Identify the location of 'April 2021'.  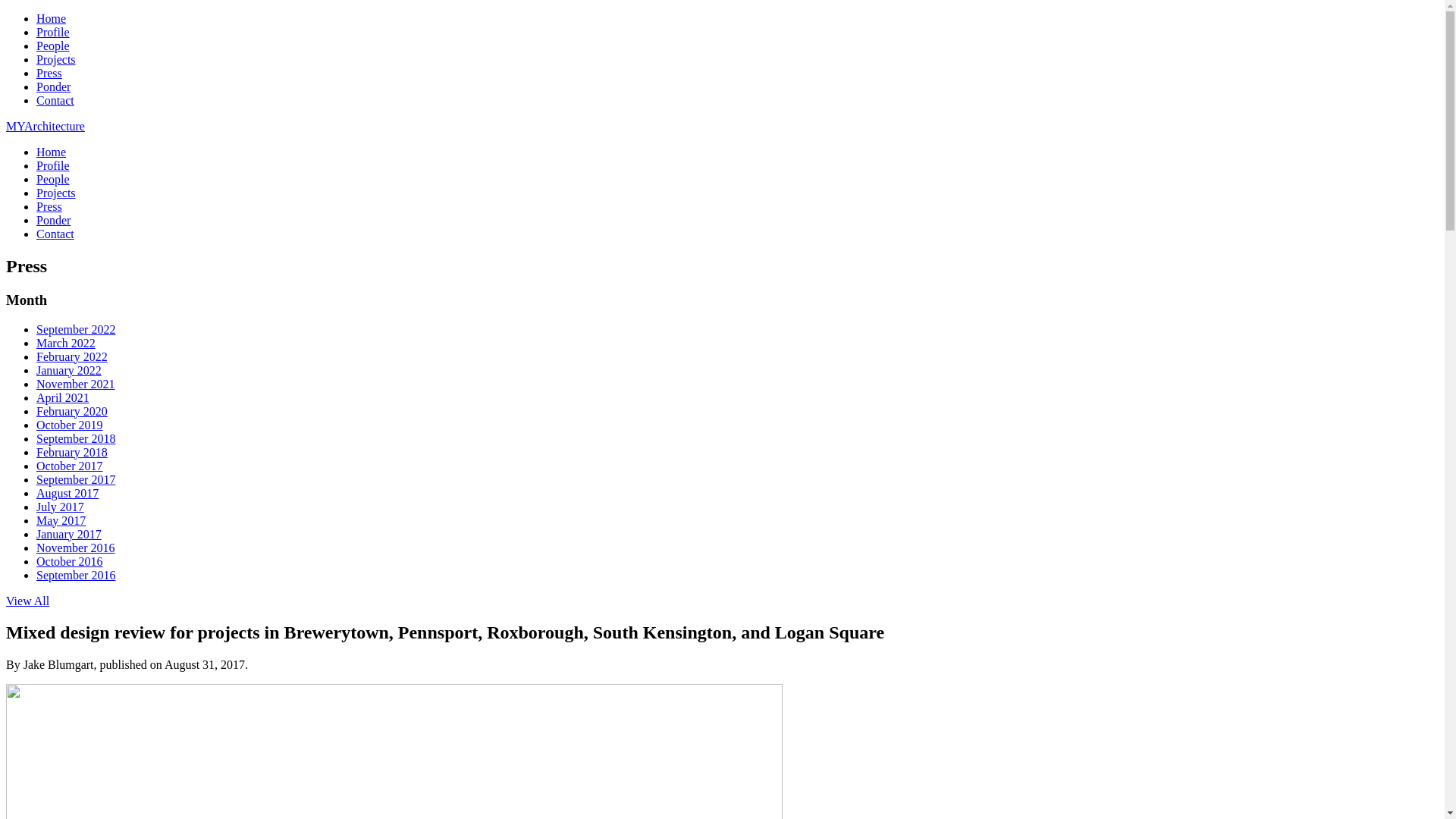
(61, 397).